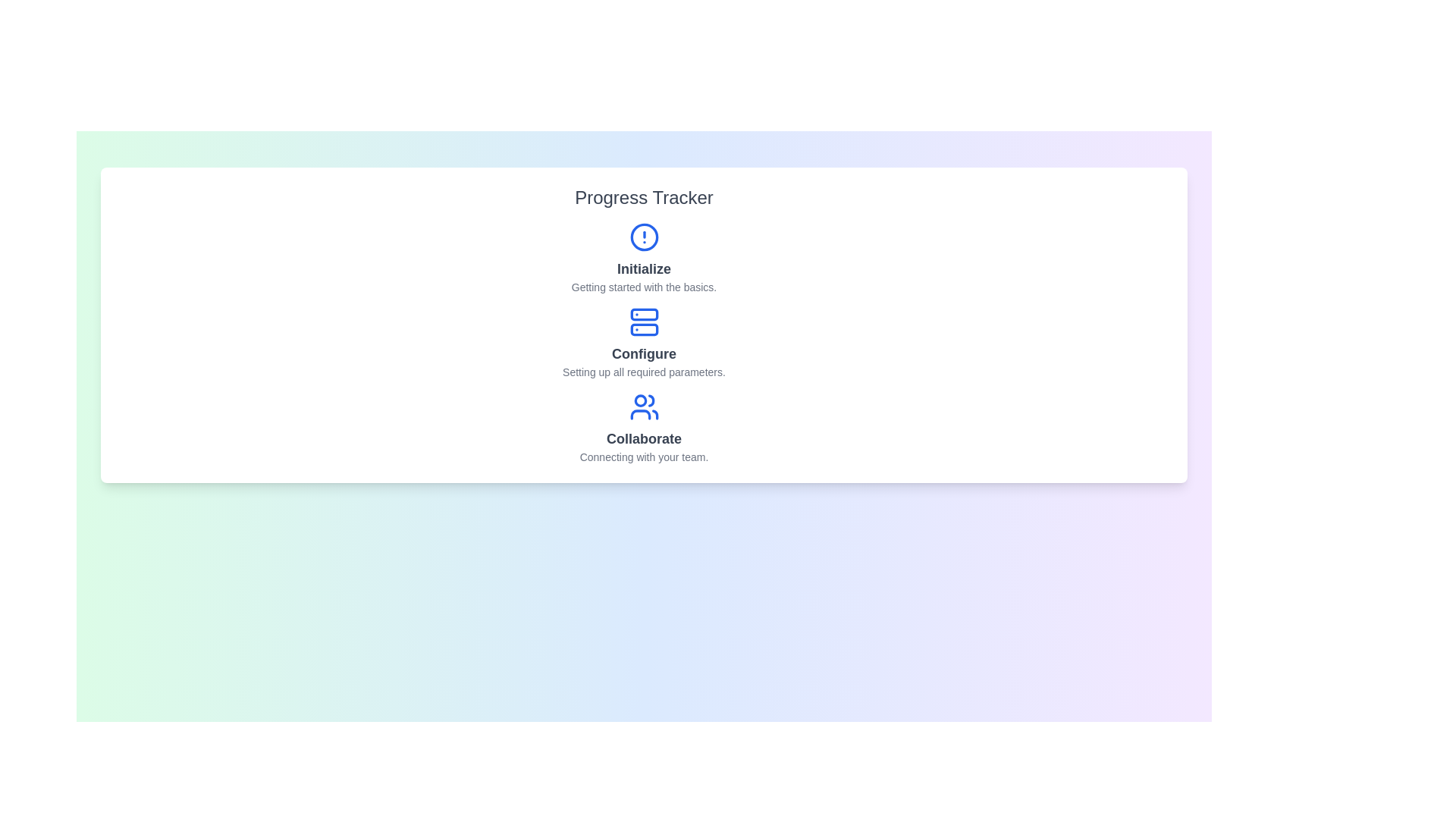 This screenshot has width=1456, height=819. What do you see at coordinates (644, 428) in the screenshot?
I see `the step titled 'Collaborate' to view its details` at bounding box center [644, 428].